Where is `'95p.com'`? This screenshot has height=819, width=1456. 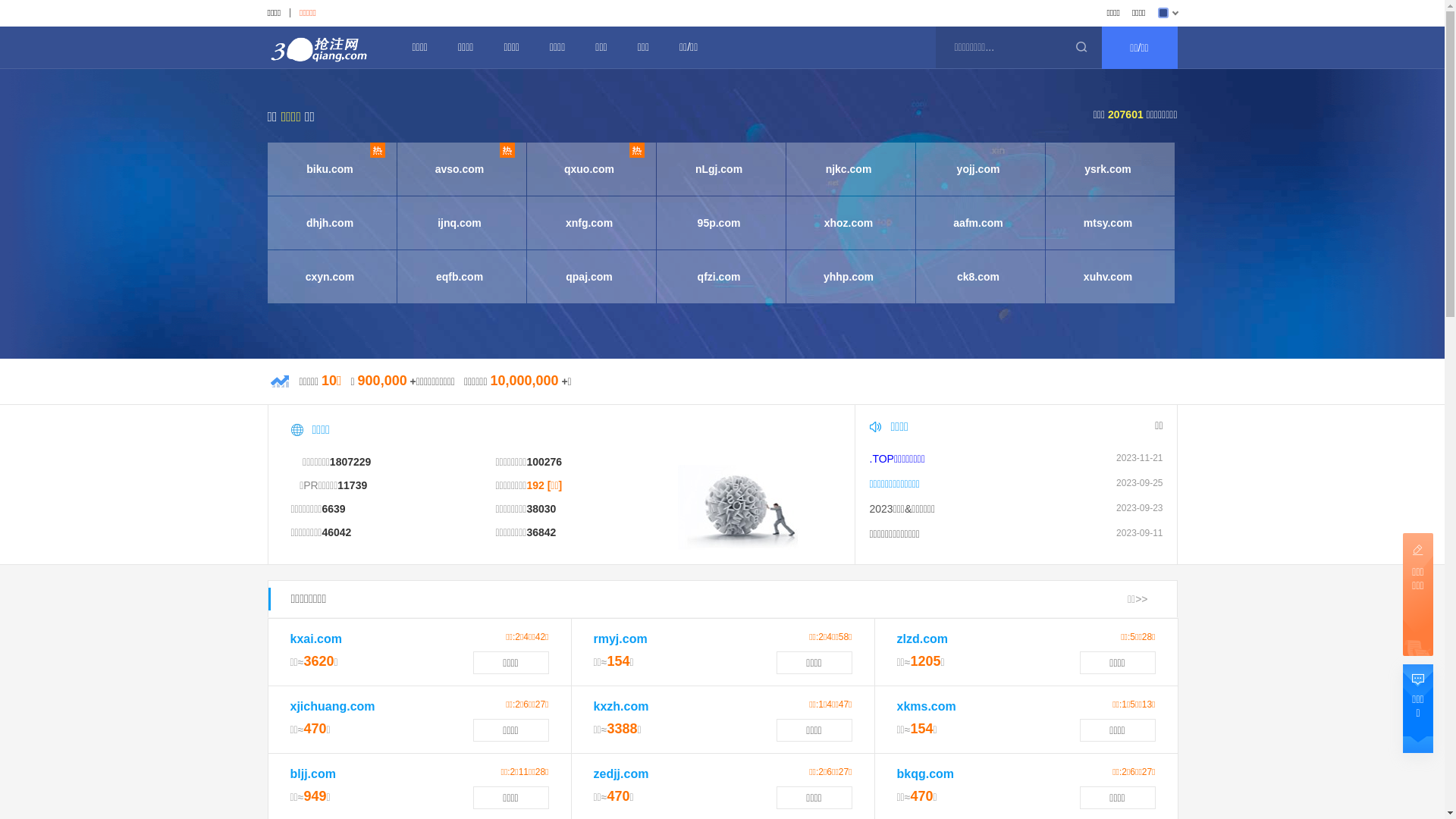 '95p.com' is located at coordinates (718, 222).